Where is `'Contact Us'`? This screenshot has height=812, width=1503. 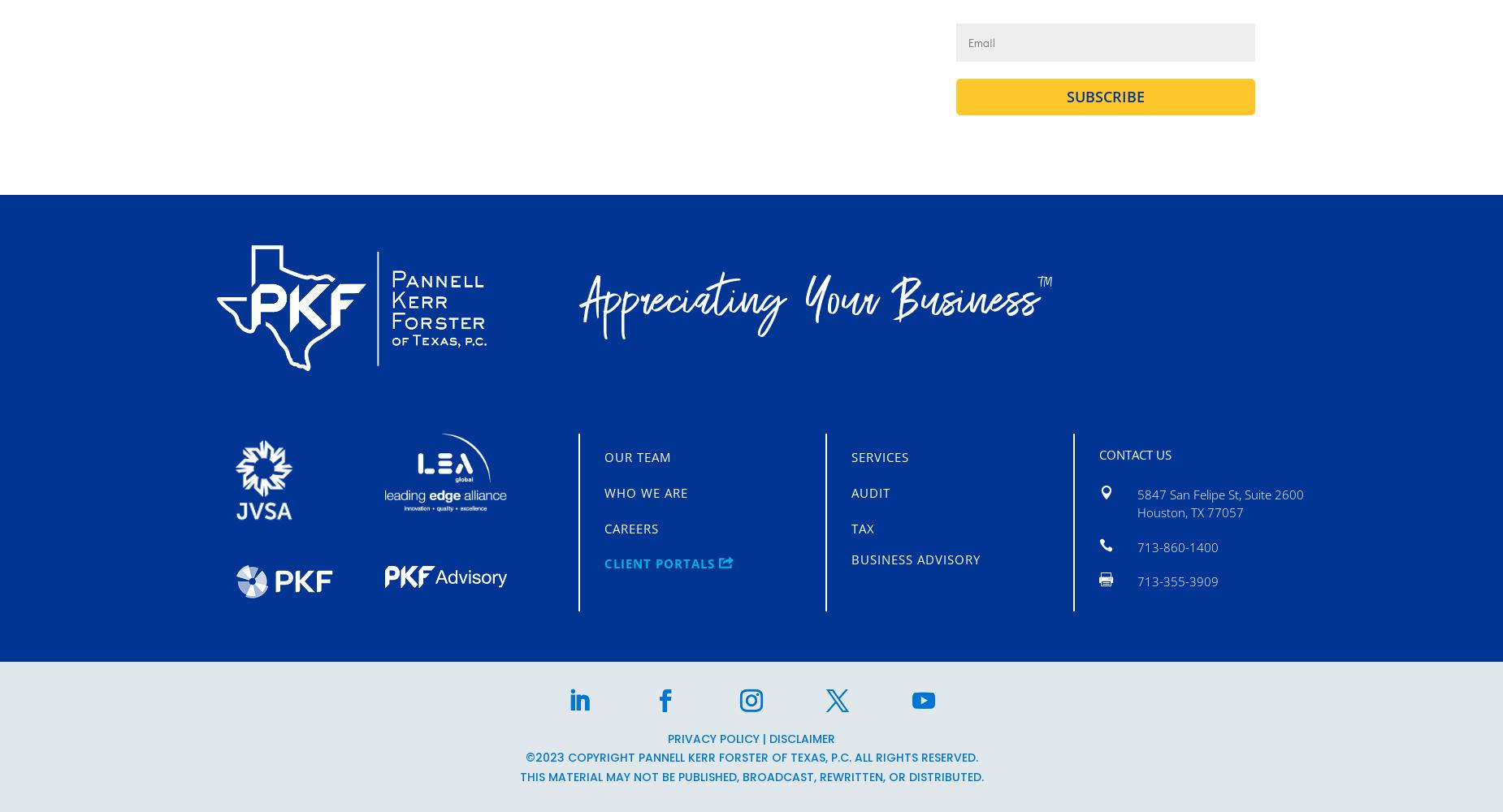
'Contact Us' is located at coordinates (1097, 454).